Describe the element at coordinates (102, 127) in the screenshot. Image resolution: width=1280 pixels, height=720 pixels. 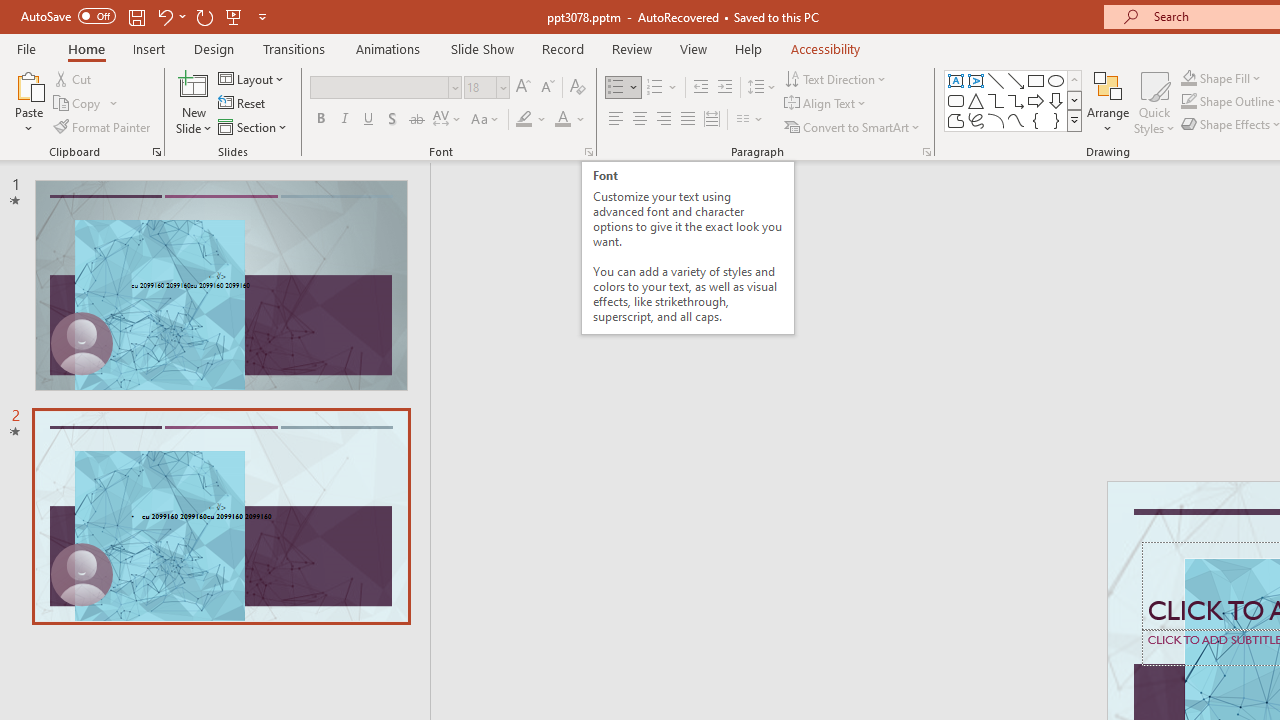
I see `'Format Painter'` at that location.